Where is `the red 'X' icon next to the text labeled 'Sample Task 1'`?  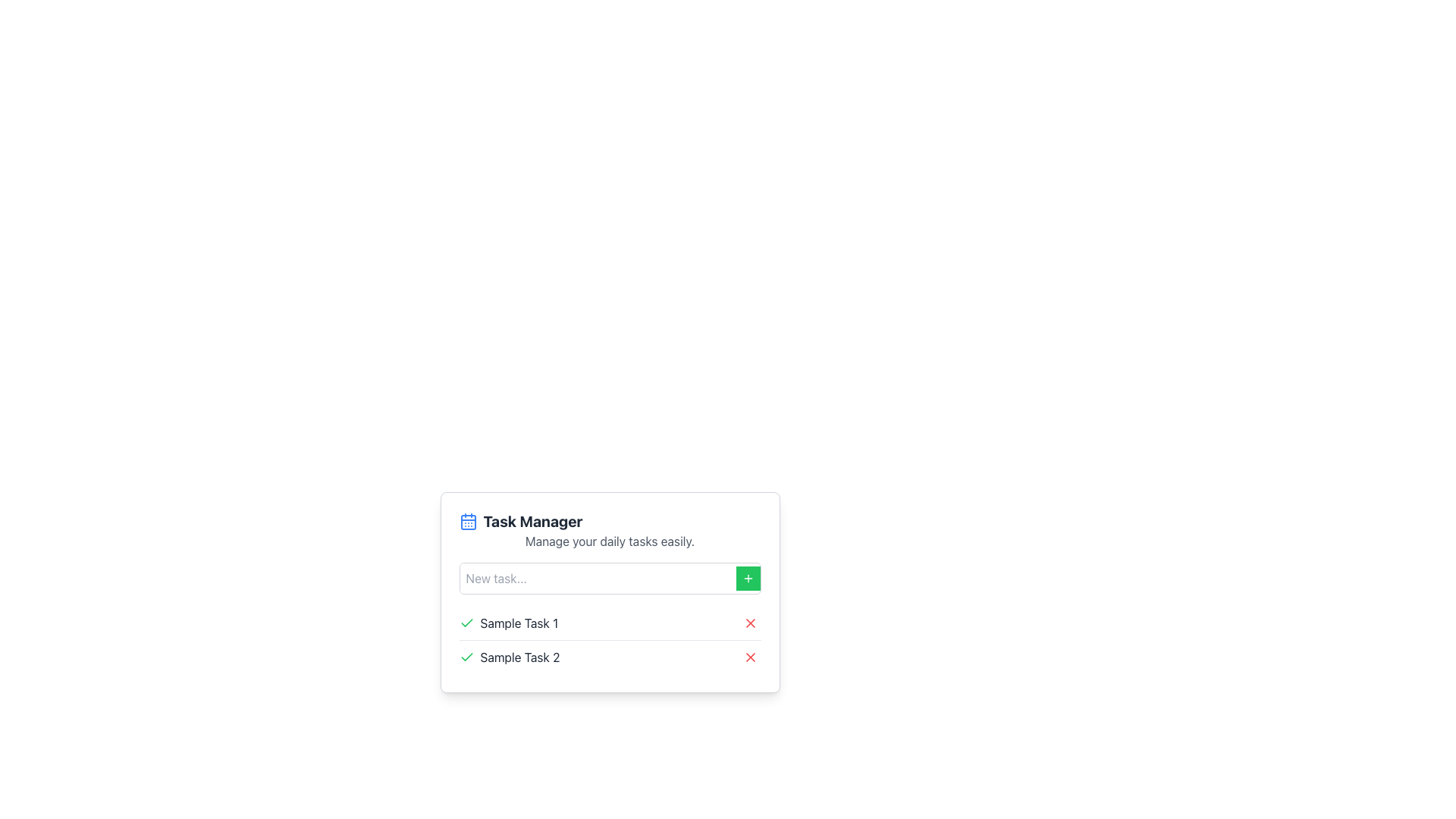 the red 'X' icon next to the text labeled 'Sample Task 1' is located at coordinates (750, 623).